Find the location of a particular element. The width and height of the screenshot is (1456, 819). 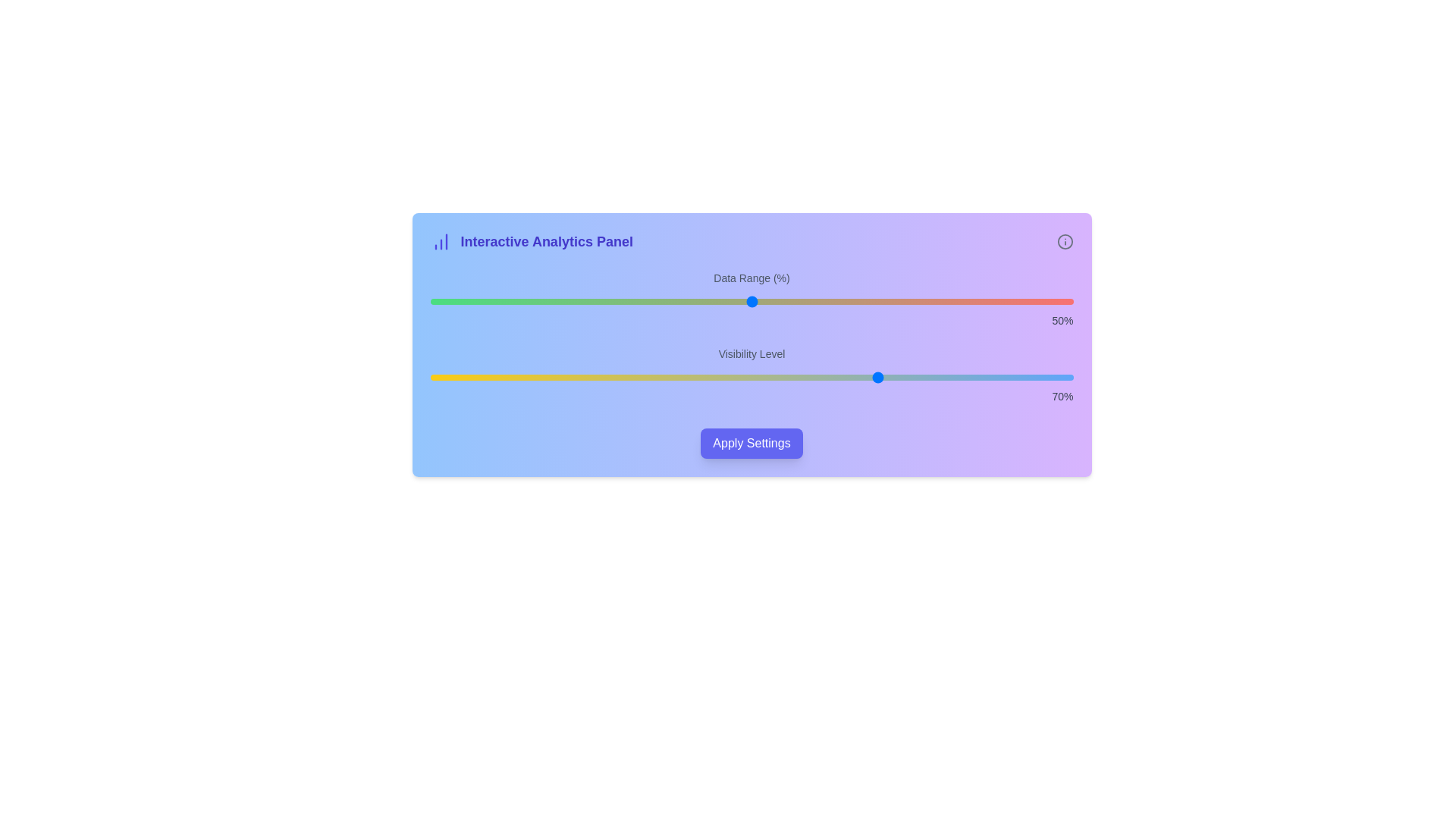

the 'Visibility Level' slider to set its value to 5% is located at coordinates (461, 376).